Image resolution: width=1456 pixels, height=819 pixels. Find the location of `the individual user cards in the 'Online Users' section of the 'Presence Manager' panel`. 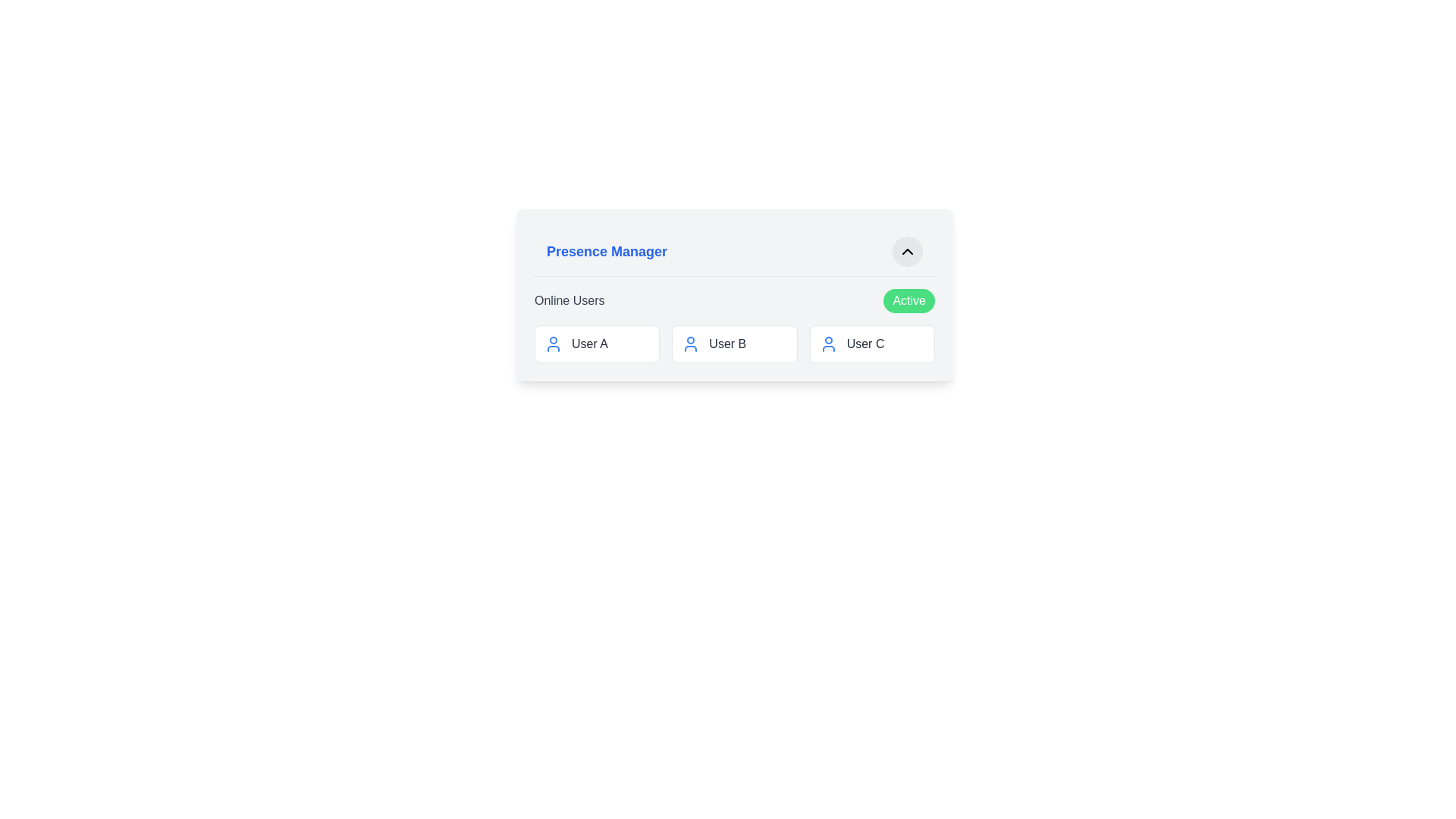

the individual user cards in the 'Online Users' section of the 'Presence Manager' panel is located at coordinates (735, 325).